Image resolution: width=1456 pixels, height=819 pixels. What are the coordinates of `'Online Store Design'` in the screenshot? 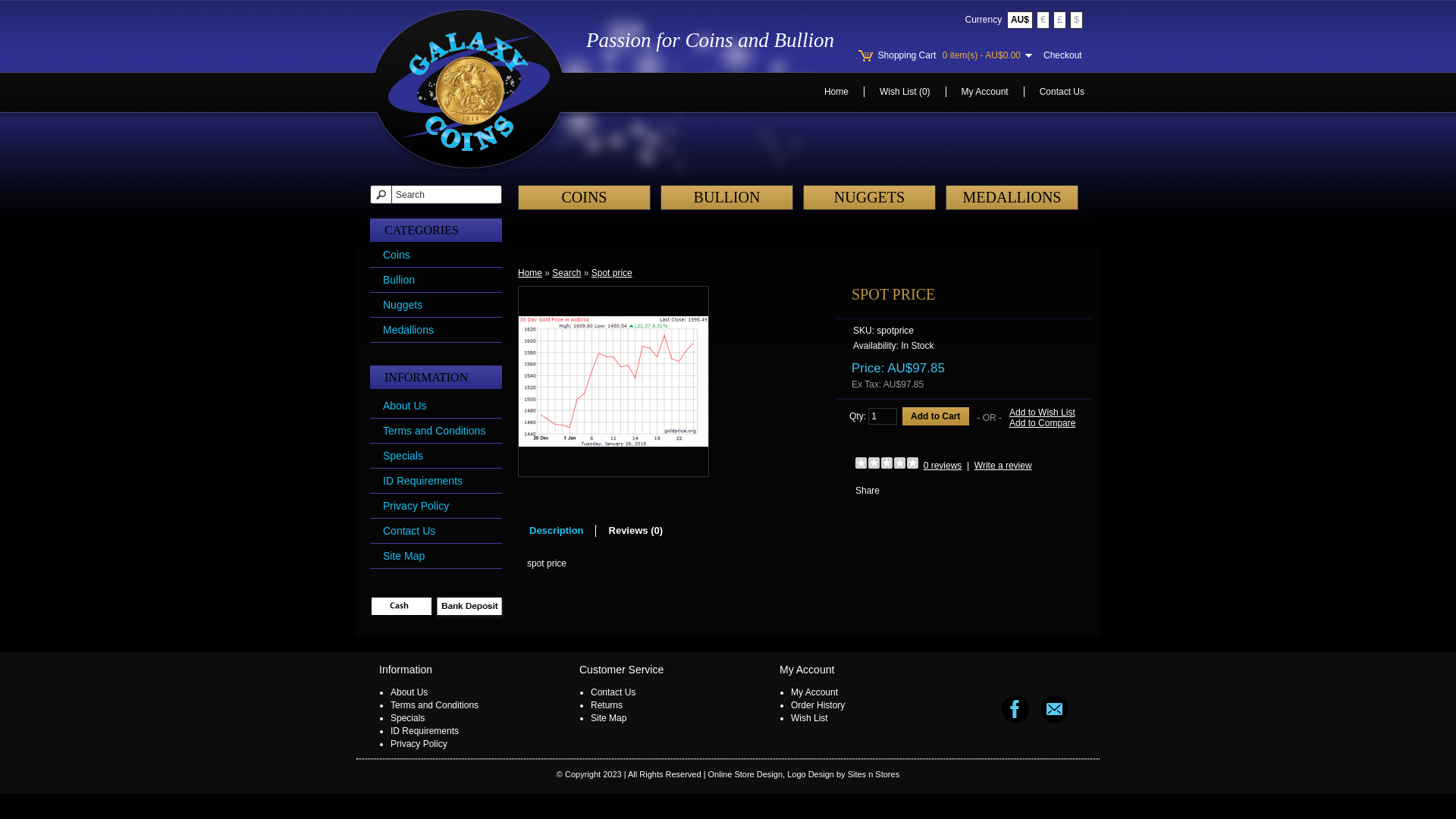 It's located at (745, 774).